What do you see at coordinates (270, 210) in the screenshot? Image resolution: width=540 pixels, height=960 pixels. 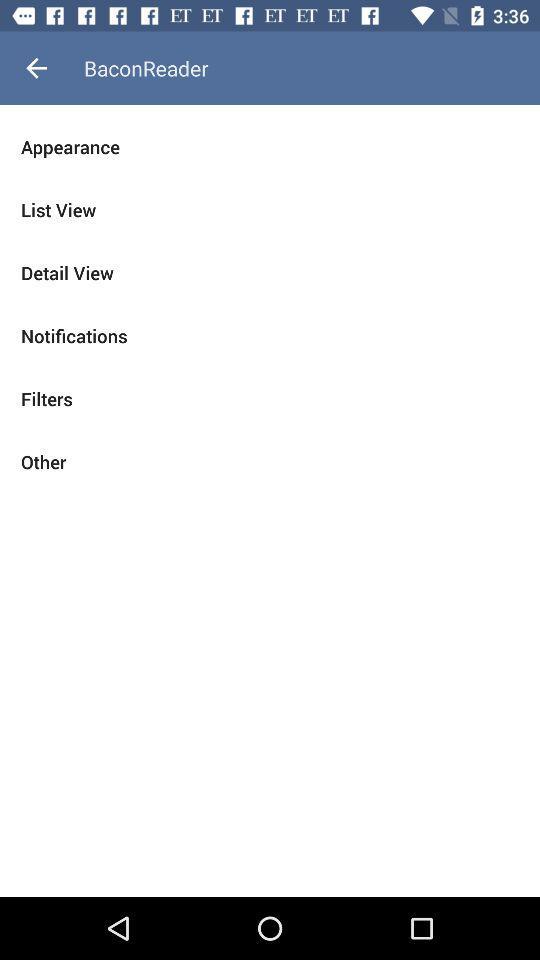 I see `list view icon` at bounding box center [270, 210].